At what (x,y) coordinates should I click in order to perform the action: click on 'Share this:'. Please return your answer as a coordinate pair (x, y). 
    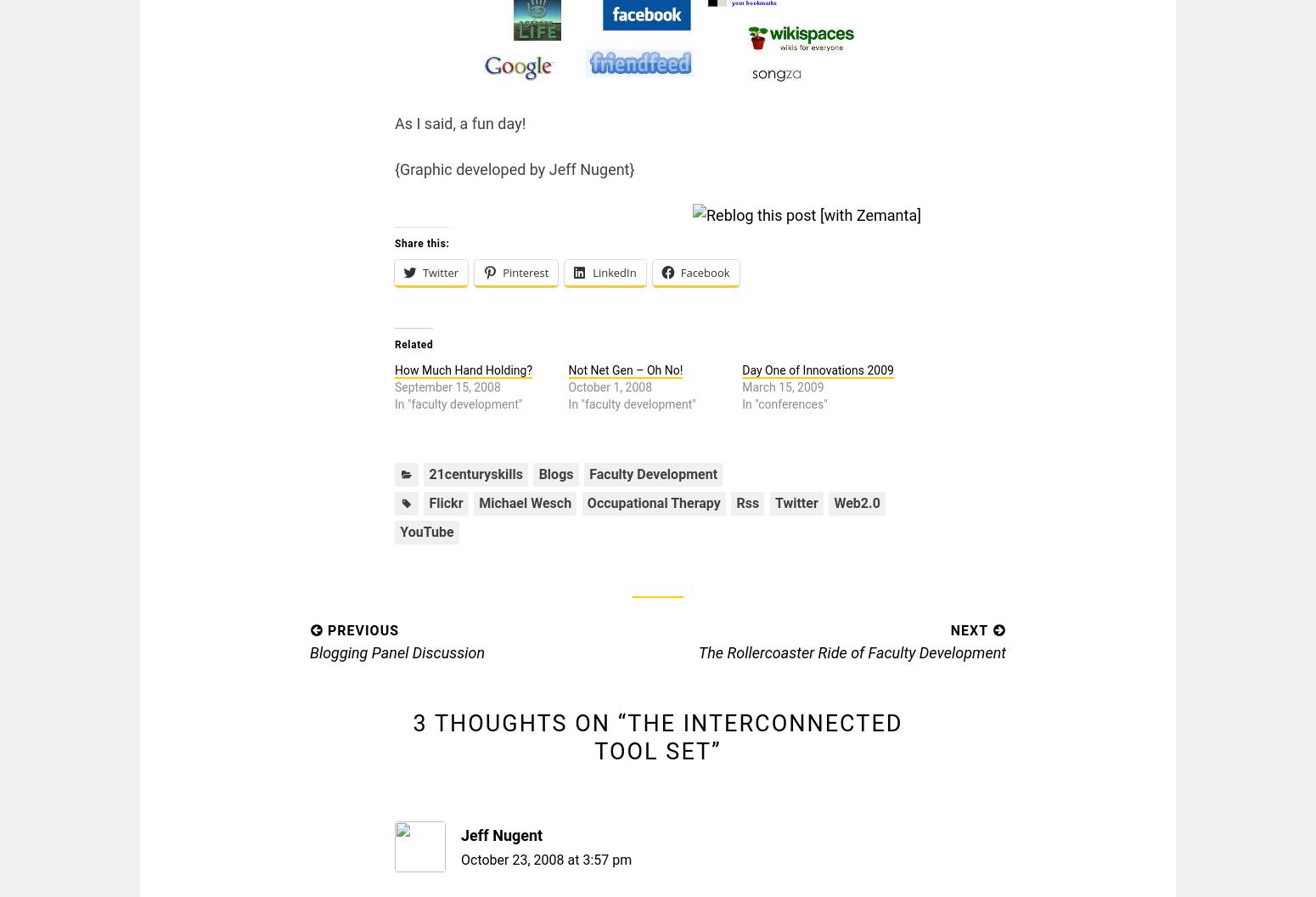
    Looking at the image, I should click on (420, 244).